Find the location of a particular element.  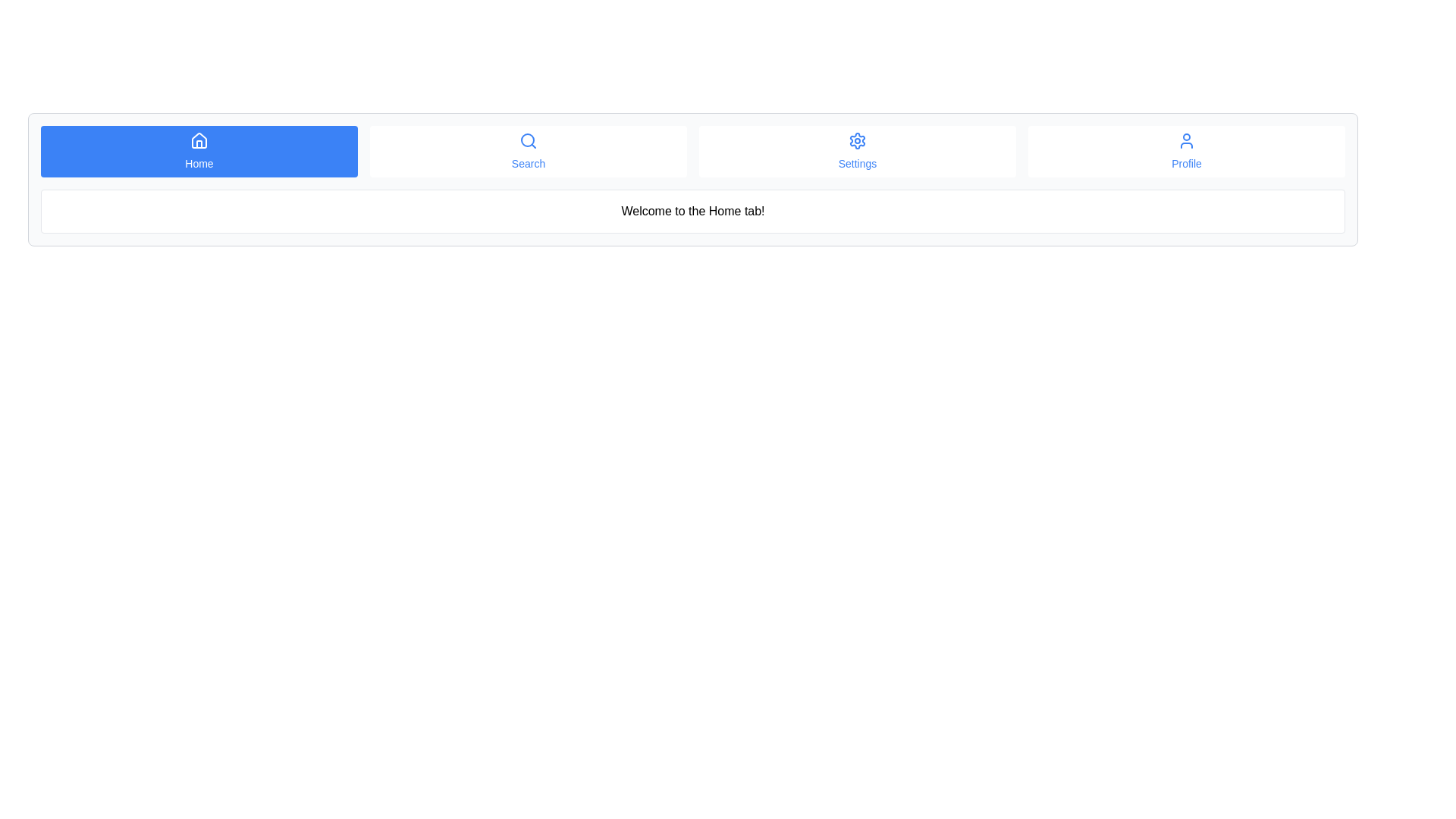

the 'Search' button with a white background and blue text, located second from the left in the navigation bar is located at coordinates (528, 152).